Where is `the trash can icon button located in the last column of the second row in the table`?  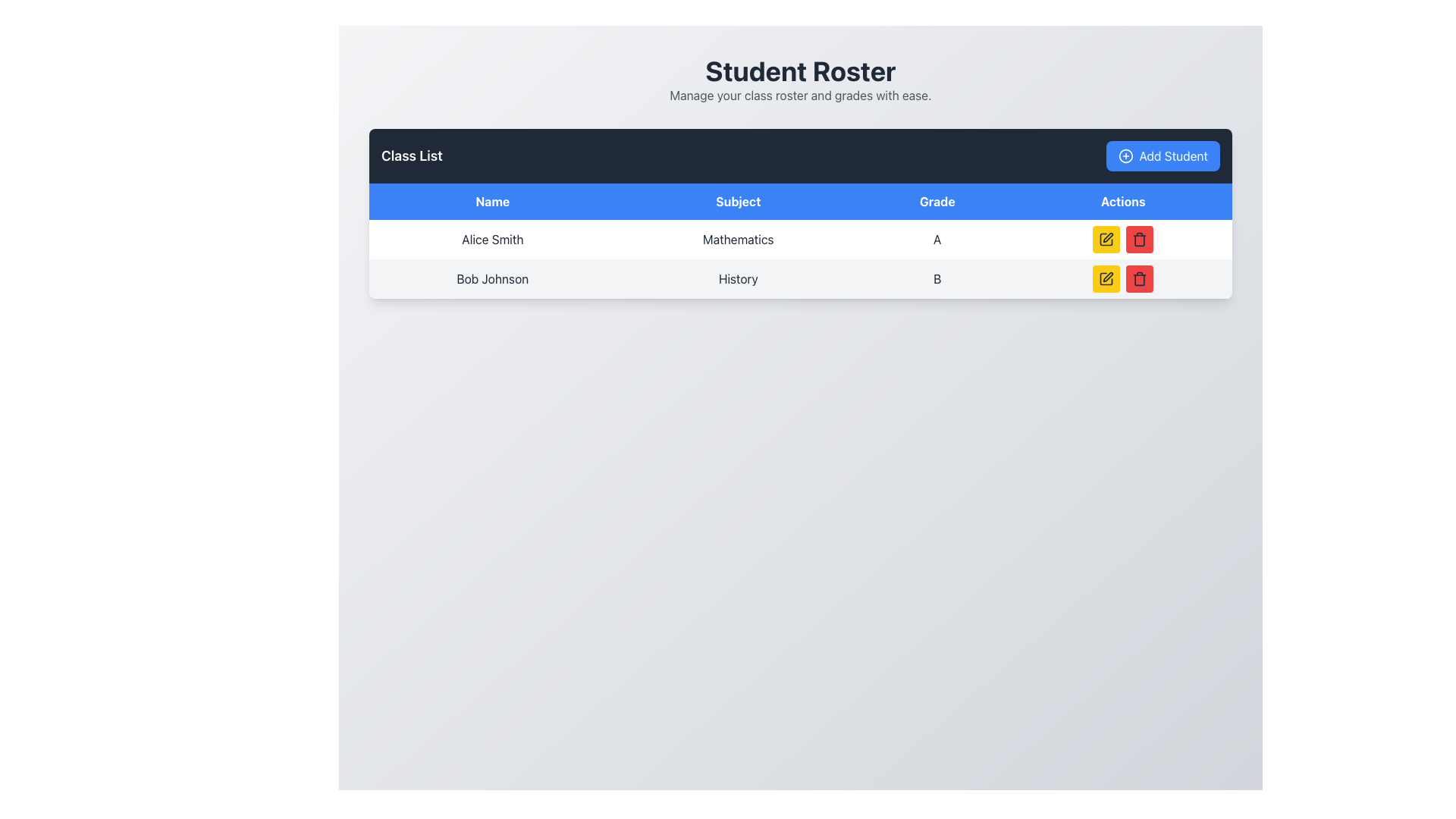
the trash can icon button located in the last column of the second row in the table is located at coordinates (1140, 239).